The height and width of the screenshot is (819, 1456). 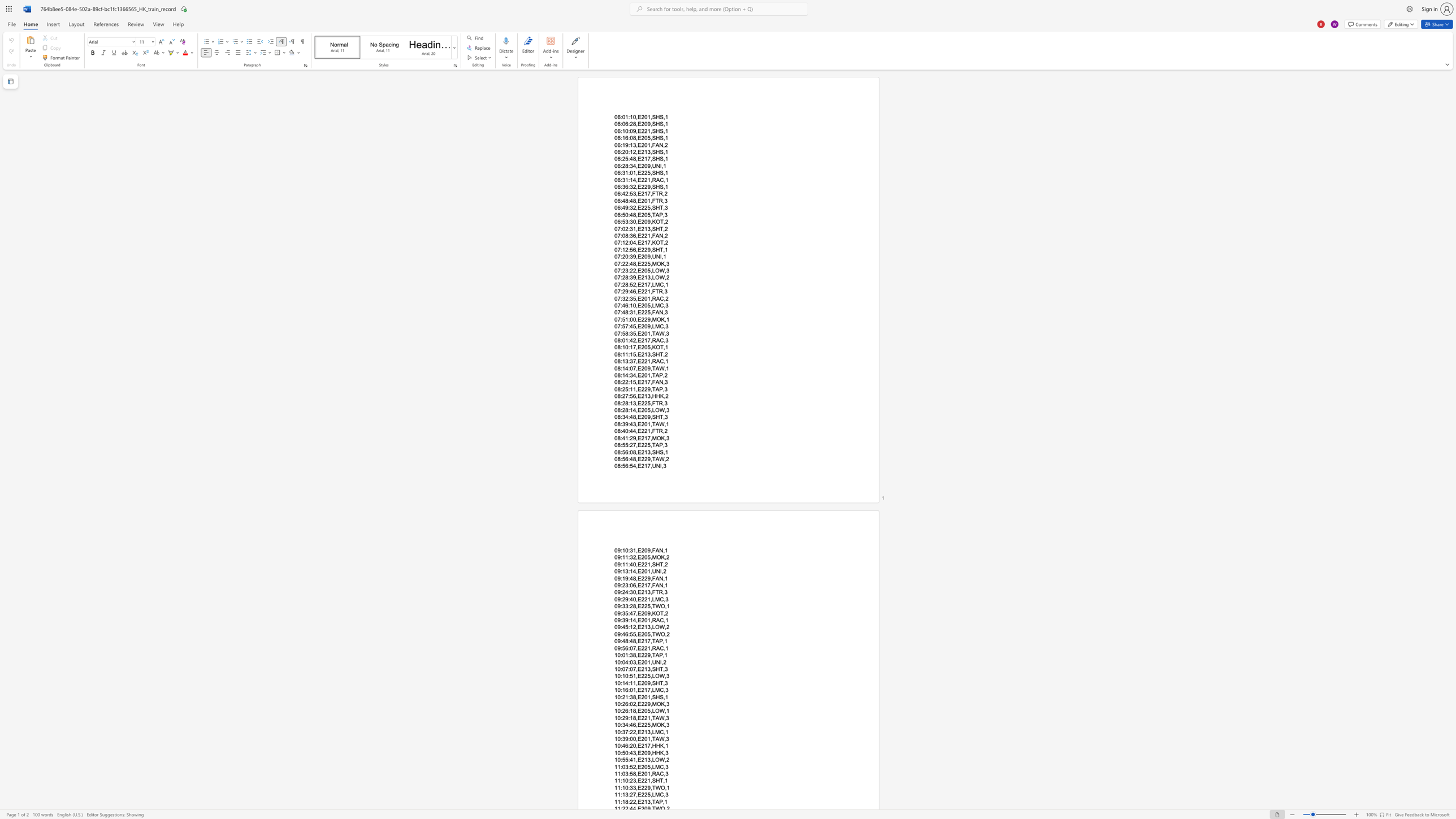 What do you see at coordinates (622, 417) in the screenshot?
I see `the space between the continuous character ":" and "3" in the text` at bounding box center [622, 417].